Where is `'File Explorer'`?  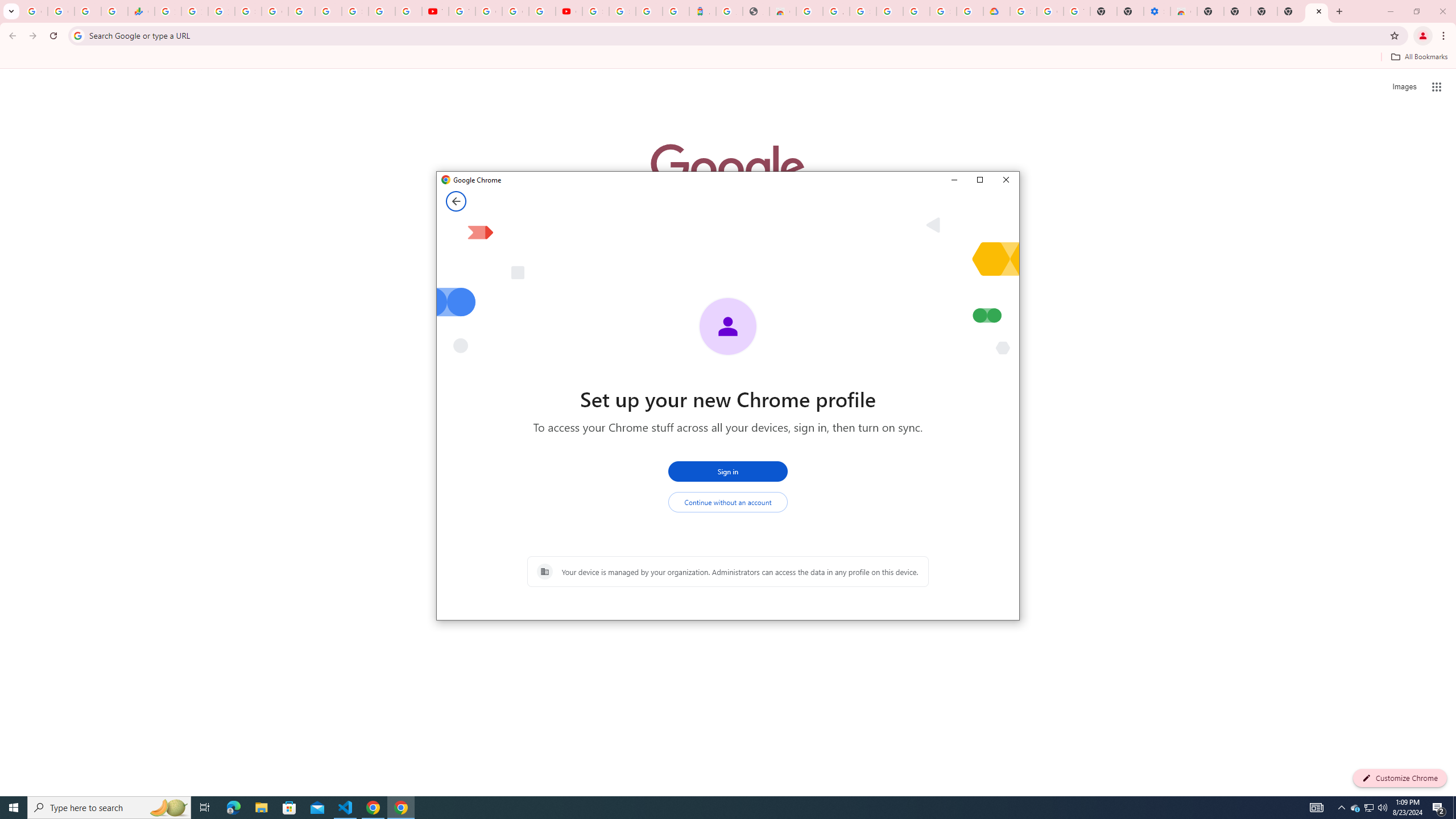
'File Explorer' is located at coordinates (260, 806).